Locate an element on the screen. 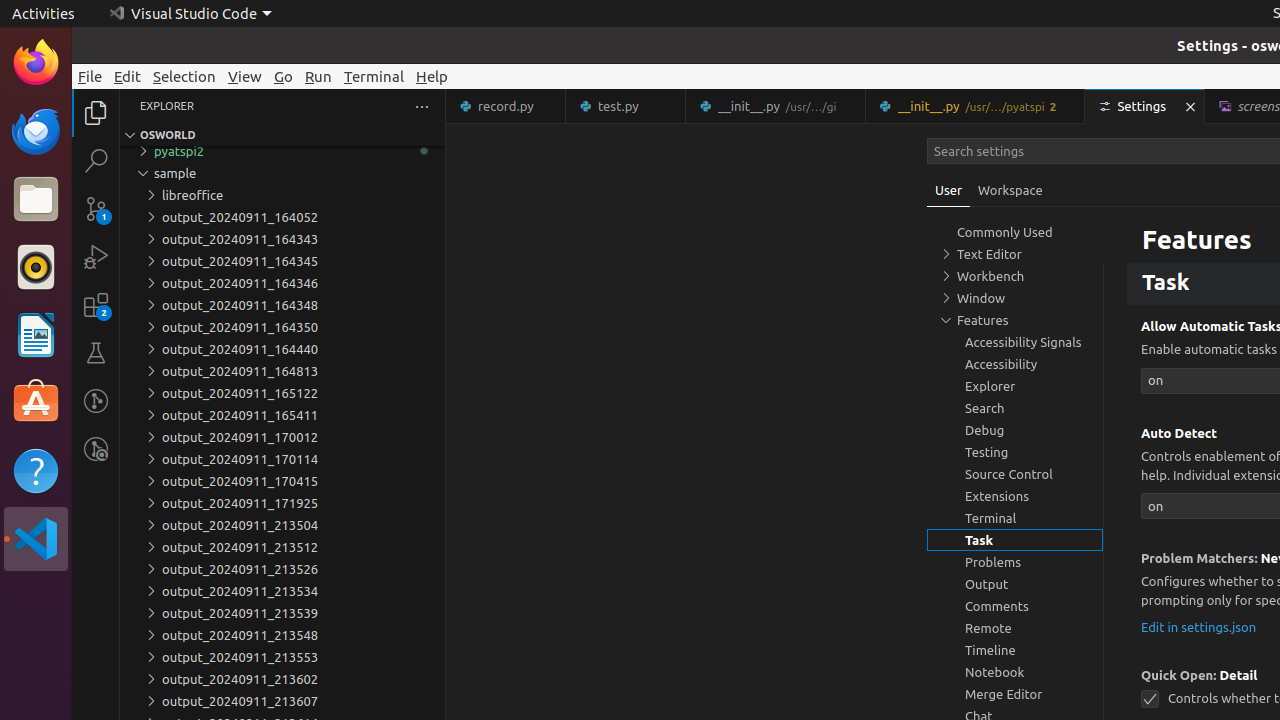  'Text Editor, group' is located at coordinates (1015, 253).